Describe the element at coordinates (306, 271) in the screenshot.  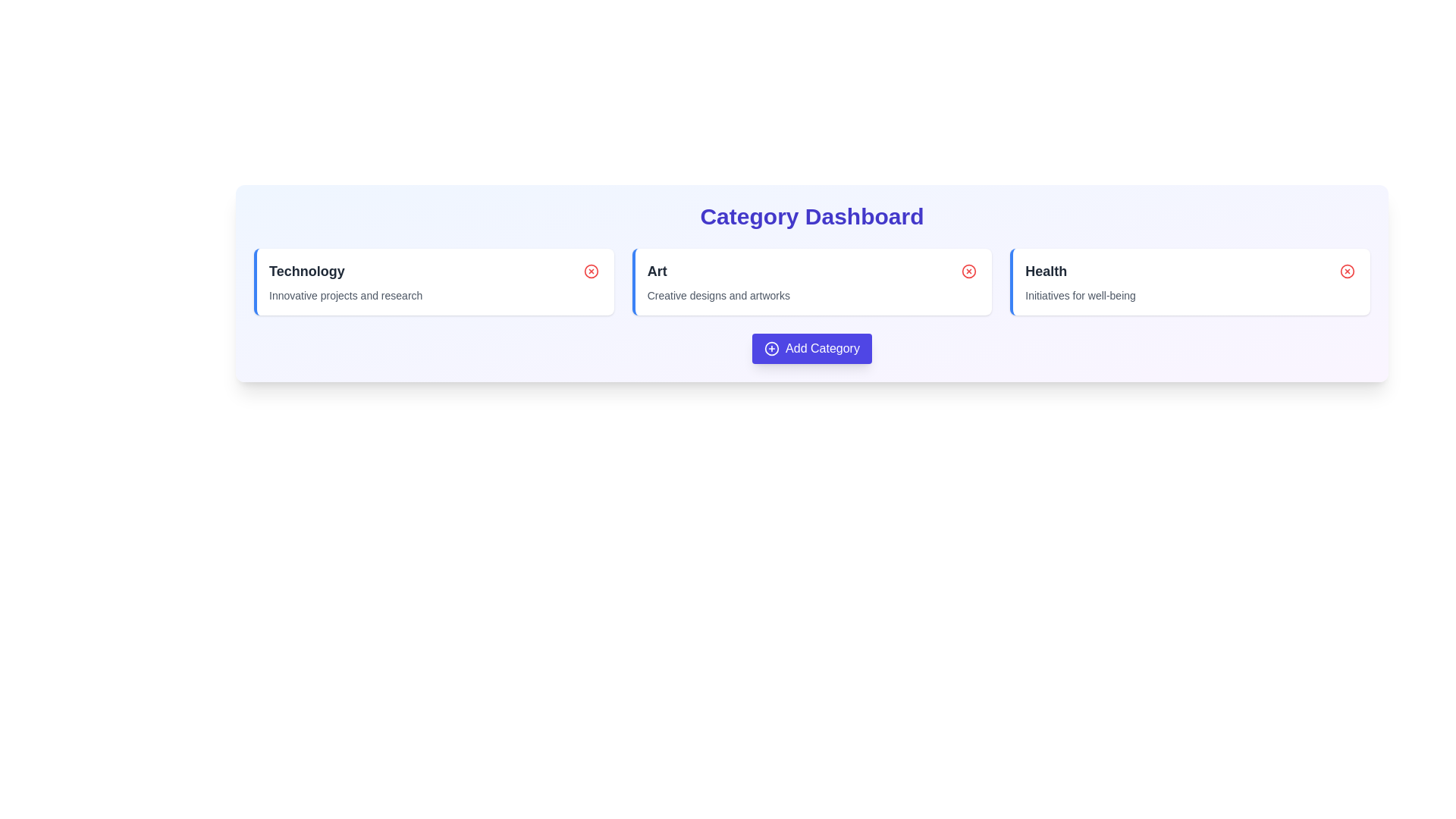
I see `the text label displaying the word 'Technology', which is the primary heading of the first card in the top-left section of a row of cards` at that location.